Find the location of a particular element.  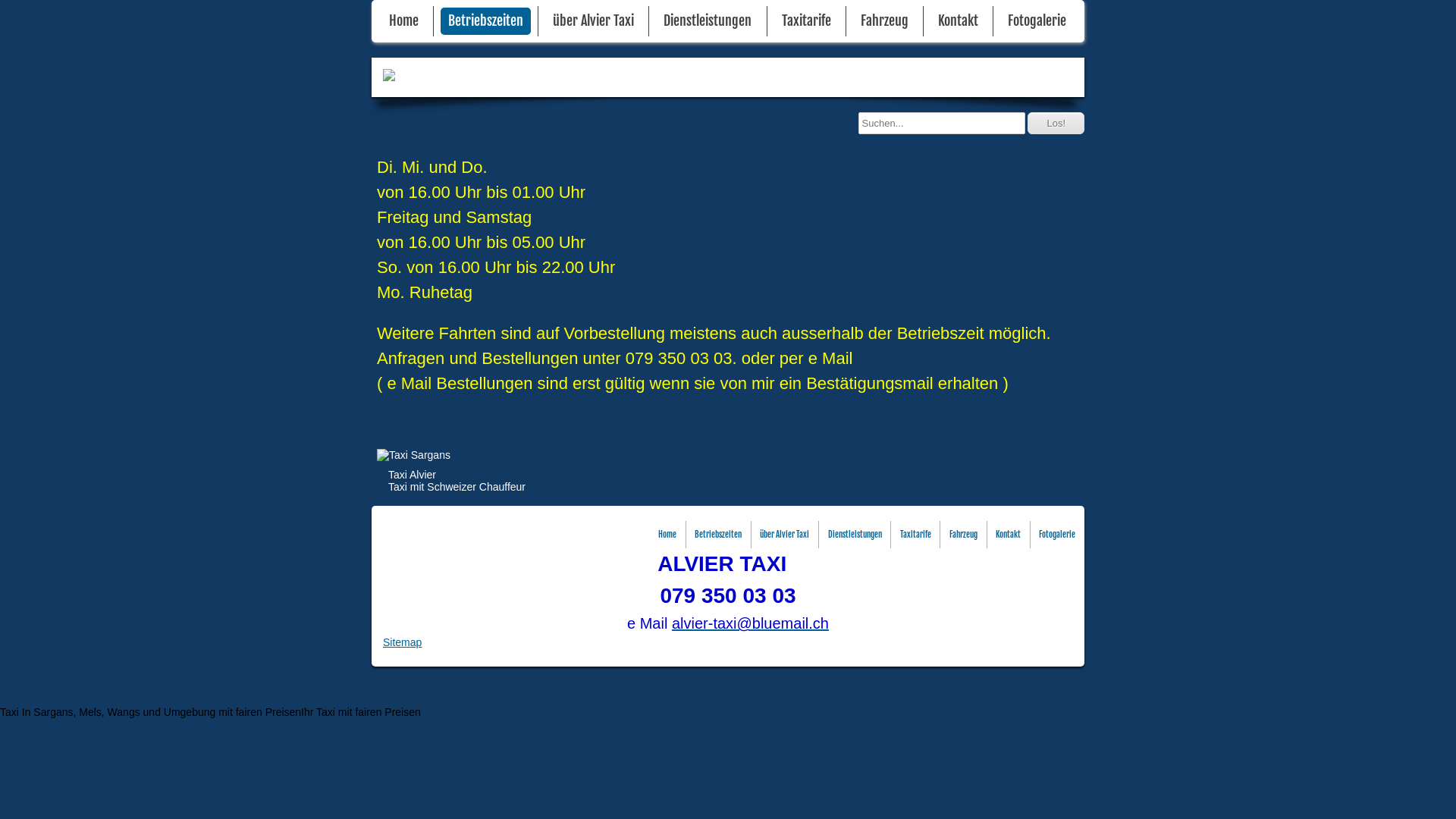

'alvier-taxi@bluemail.ch' is located at coordinates (750, 623).